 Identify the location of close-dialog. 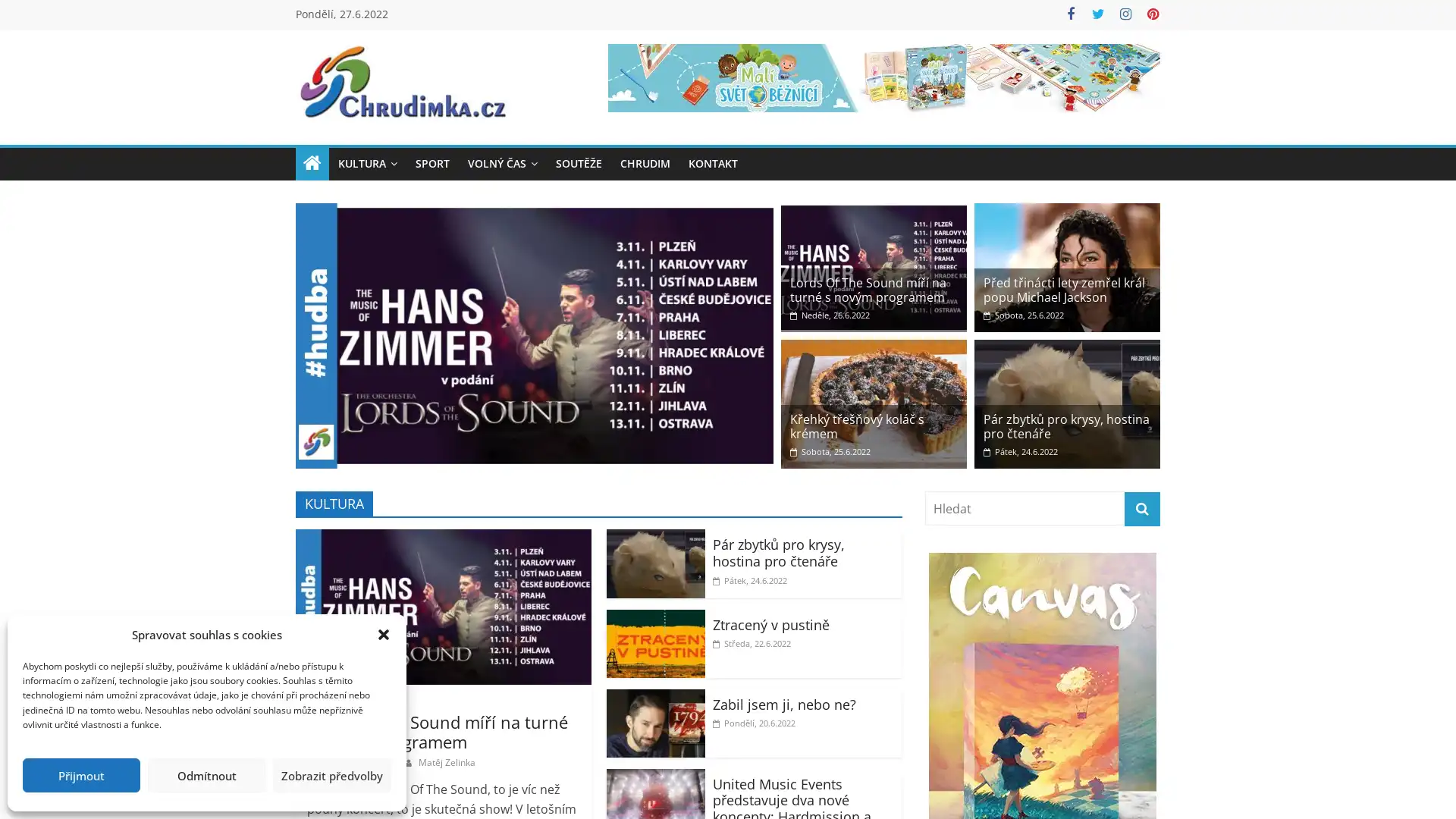
(383, 635).